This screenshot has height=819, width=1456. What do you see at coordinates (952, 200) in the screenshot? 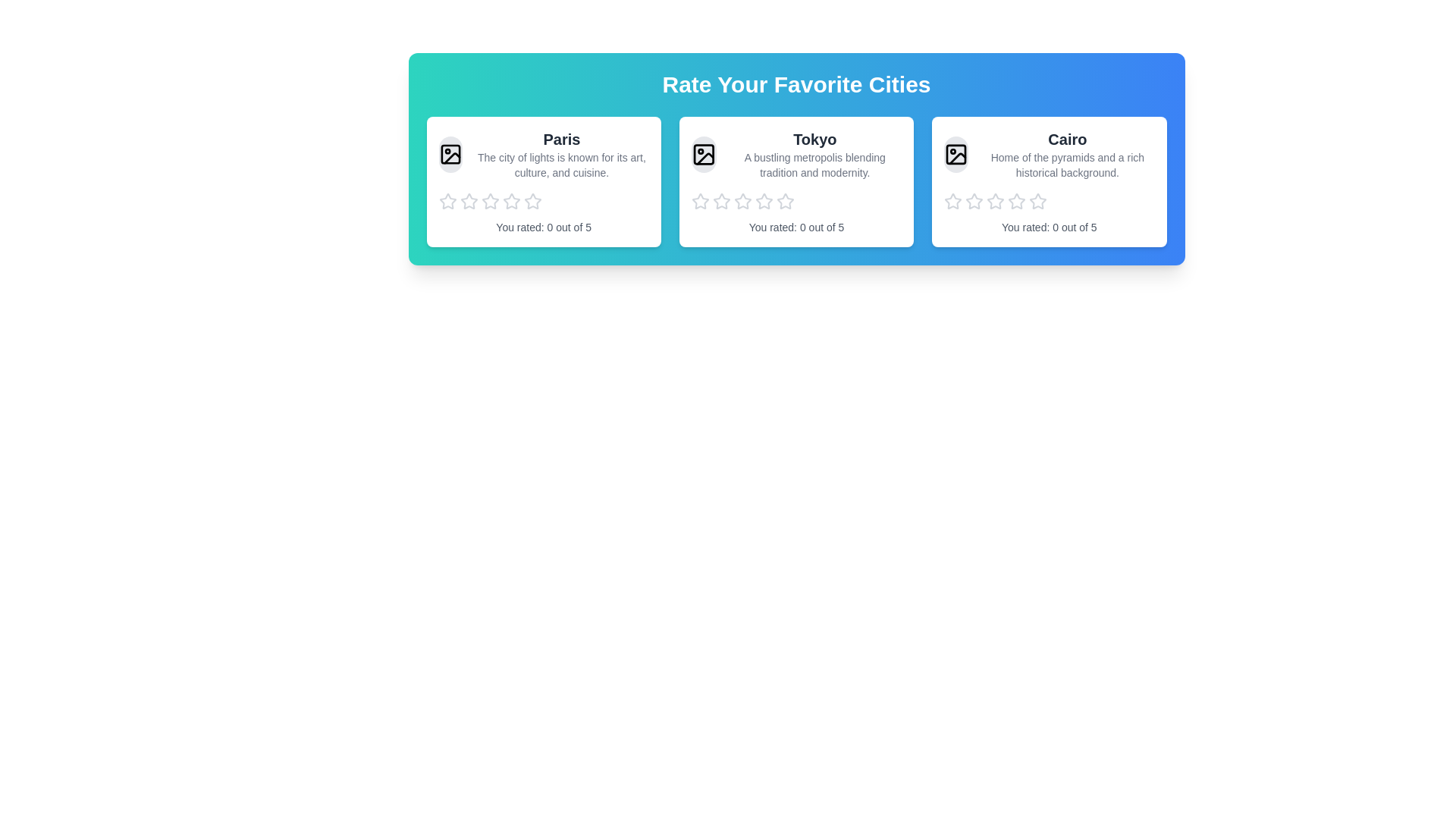
I see `the first star-shaped icon in the row of rating stars below the 'Cairo' city card, which is outlined in gray` at bounding box center [952, 200].